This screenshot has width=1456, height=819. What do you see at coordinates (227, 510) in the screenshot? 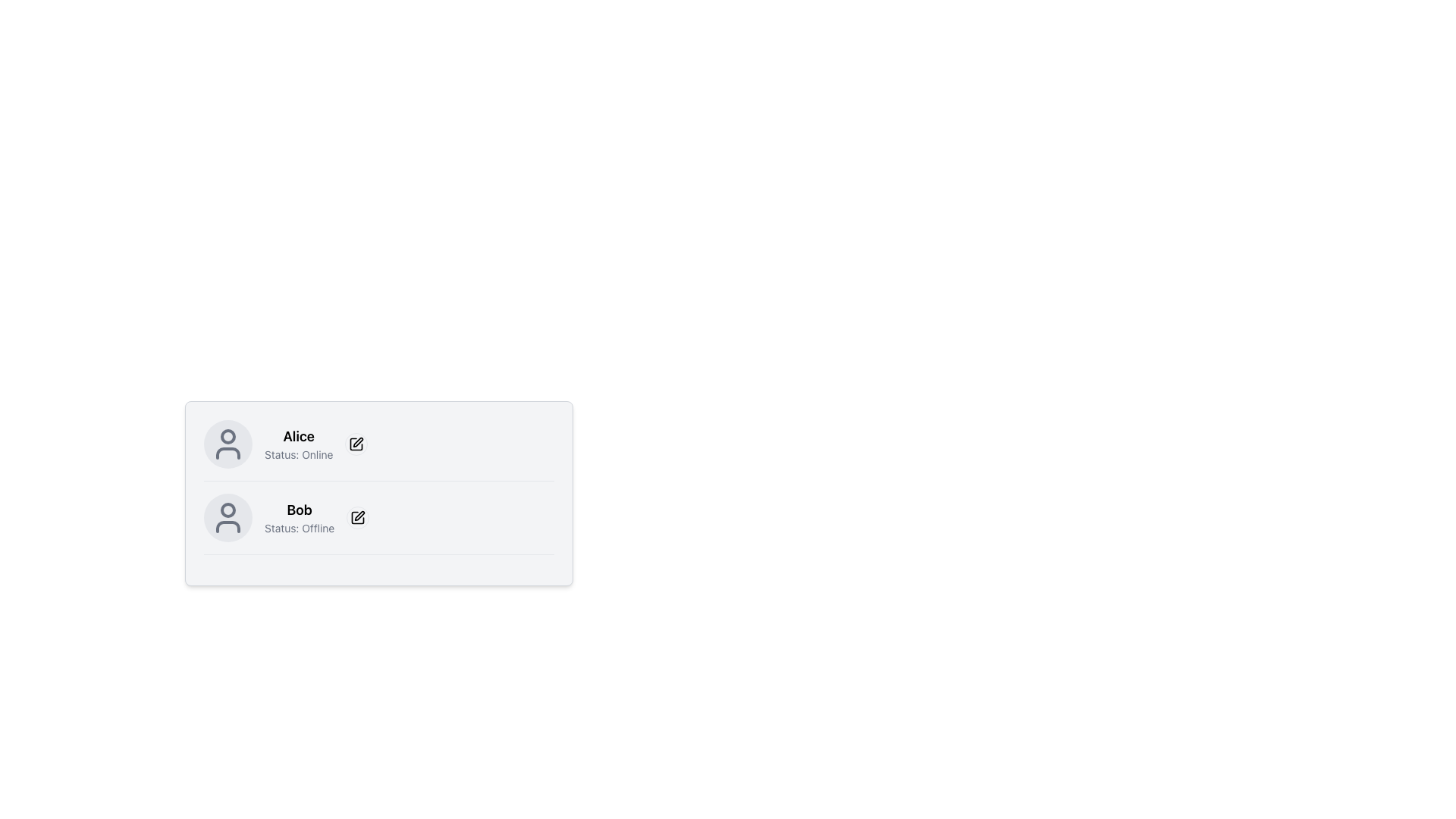
I see `the user profile icon representing the head of the user avatar for 'Bob', which is positioned above the user's textual information` at bounding box center [227, 510].